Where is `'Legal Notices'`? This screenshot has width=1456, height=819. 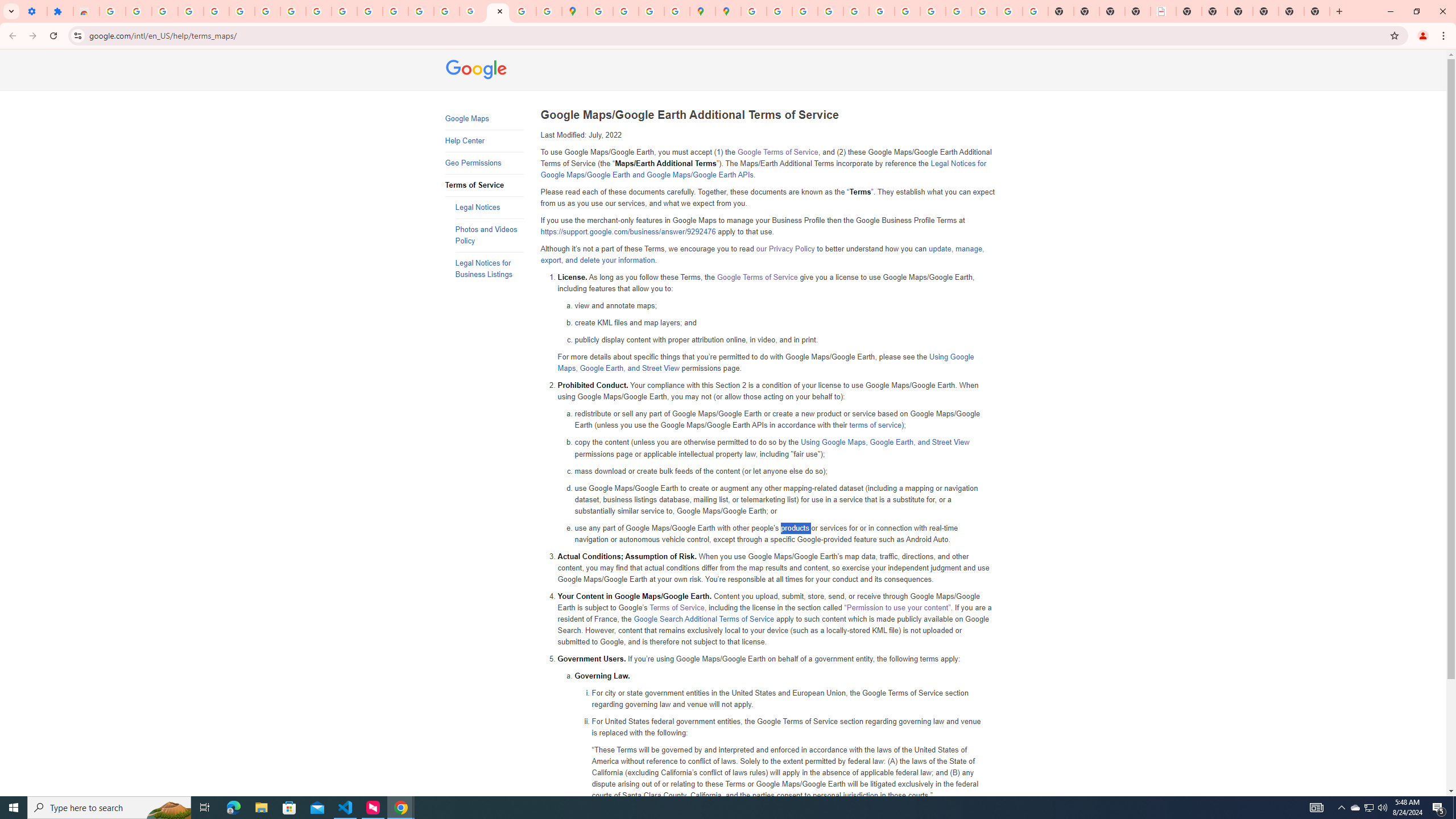 'Legal Notices' is located at coordinates (489, 207).